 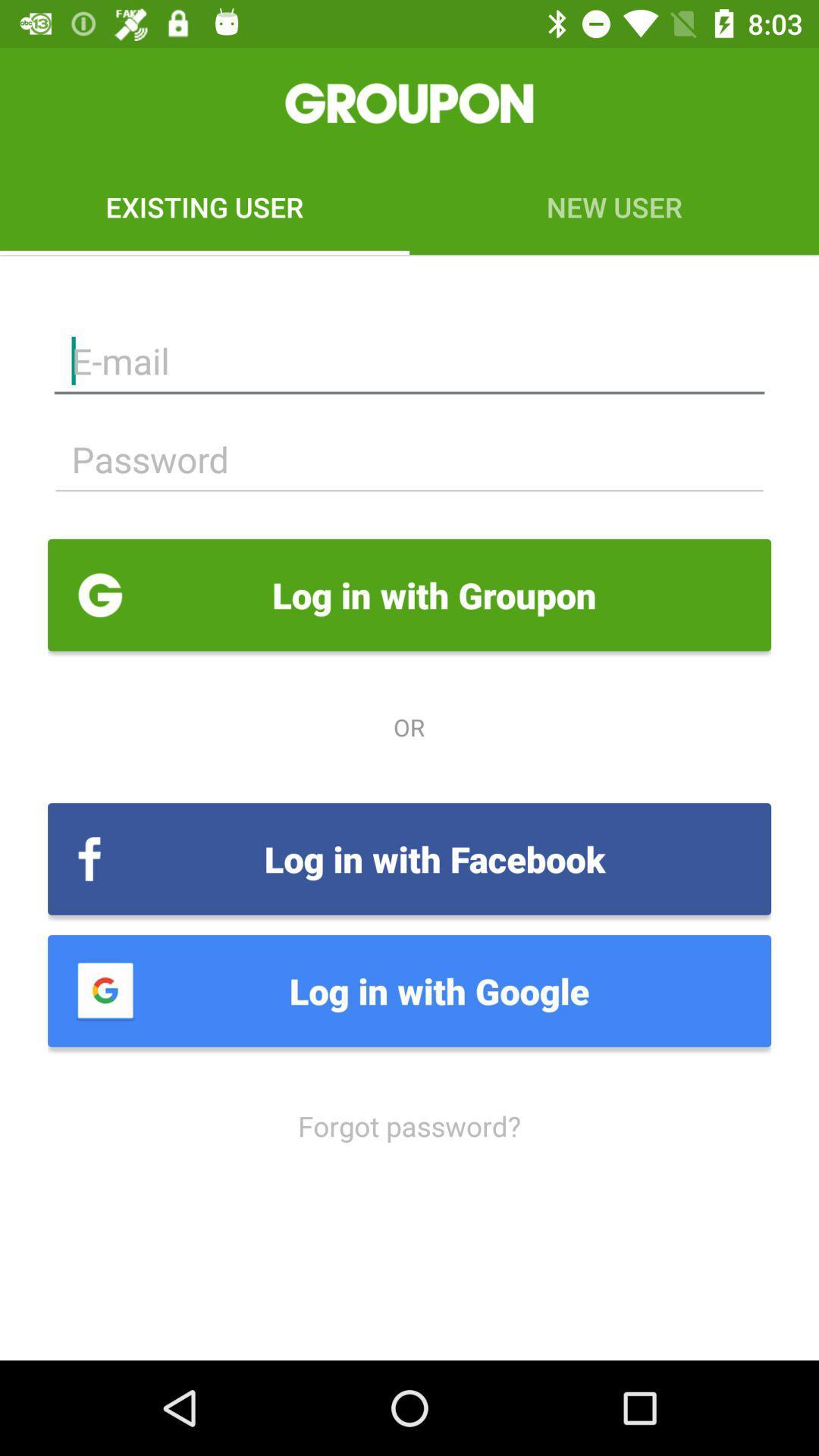 What do you see at coordinates (409, 1125) in the screenshot?
I see `item below log in with item` at bounding box center [409, 1125].